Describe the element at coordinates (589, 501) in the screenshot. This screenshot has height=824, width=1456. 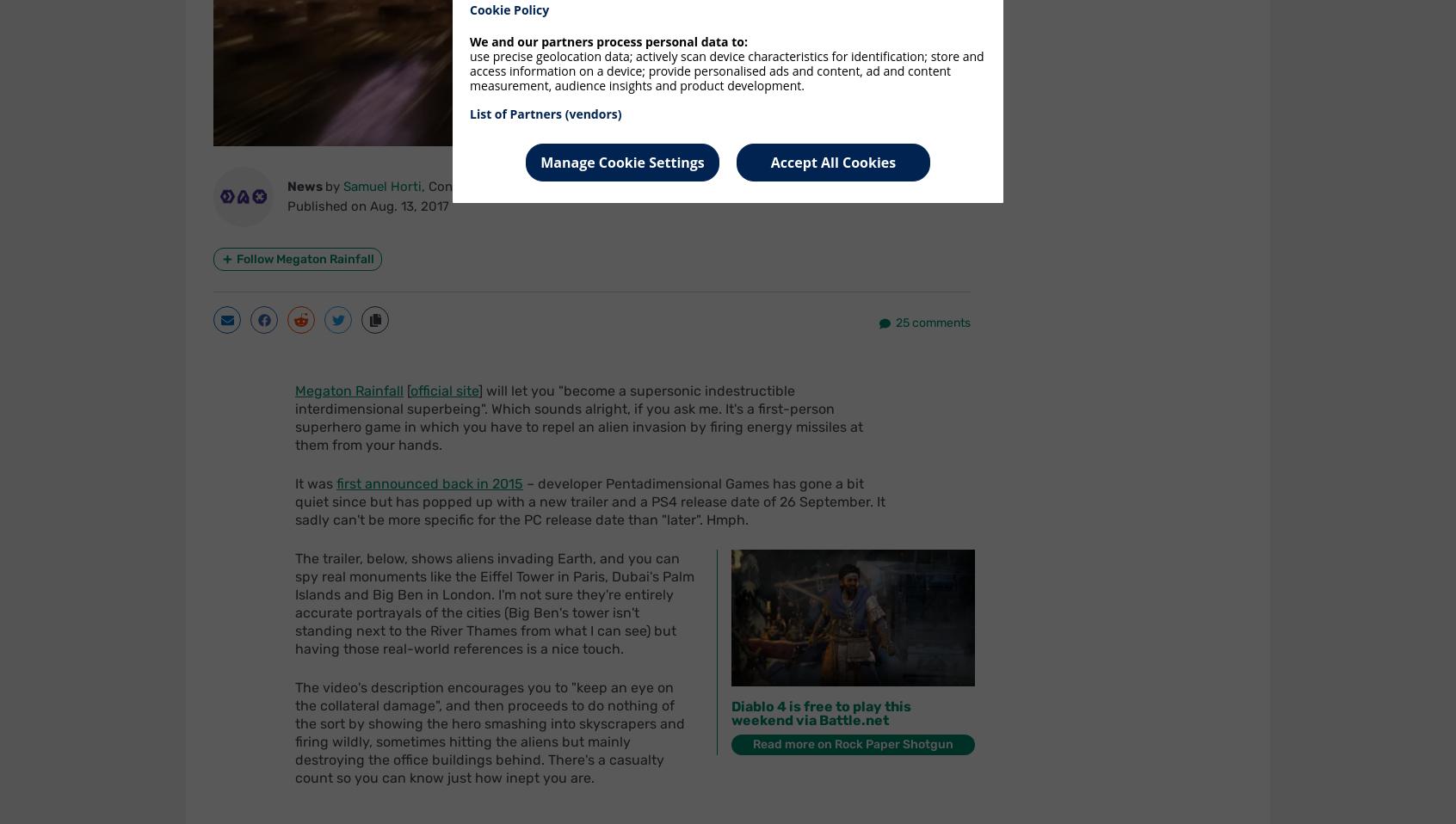
I see `'– developer Pentadimensional Games has gone a bit quiet since but has popped up with a new trailer and a PS4 release date of 26 September. It sadly can't be more specific for the PC release date than "later". Hmph.'` at that location.